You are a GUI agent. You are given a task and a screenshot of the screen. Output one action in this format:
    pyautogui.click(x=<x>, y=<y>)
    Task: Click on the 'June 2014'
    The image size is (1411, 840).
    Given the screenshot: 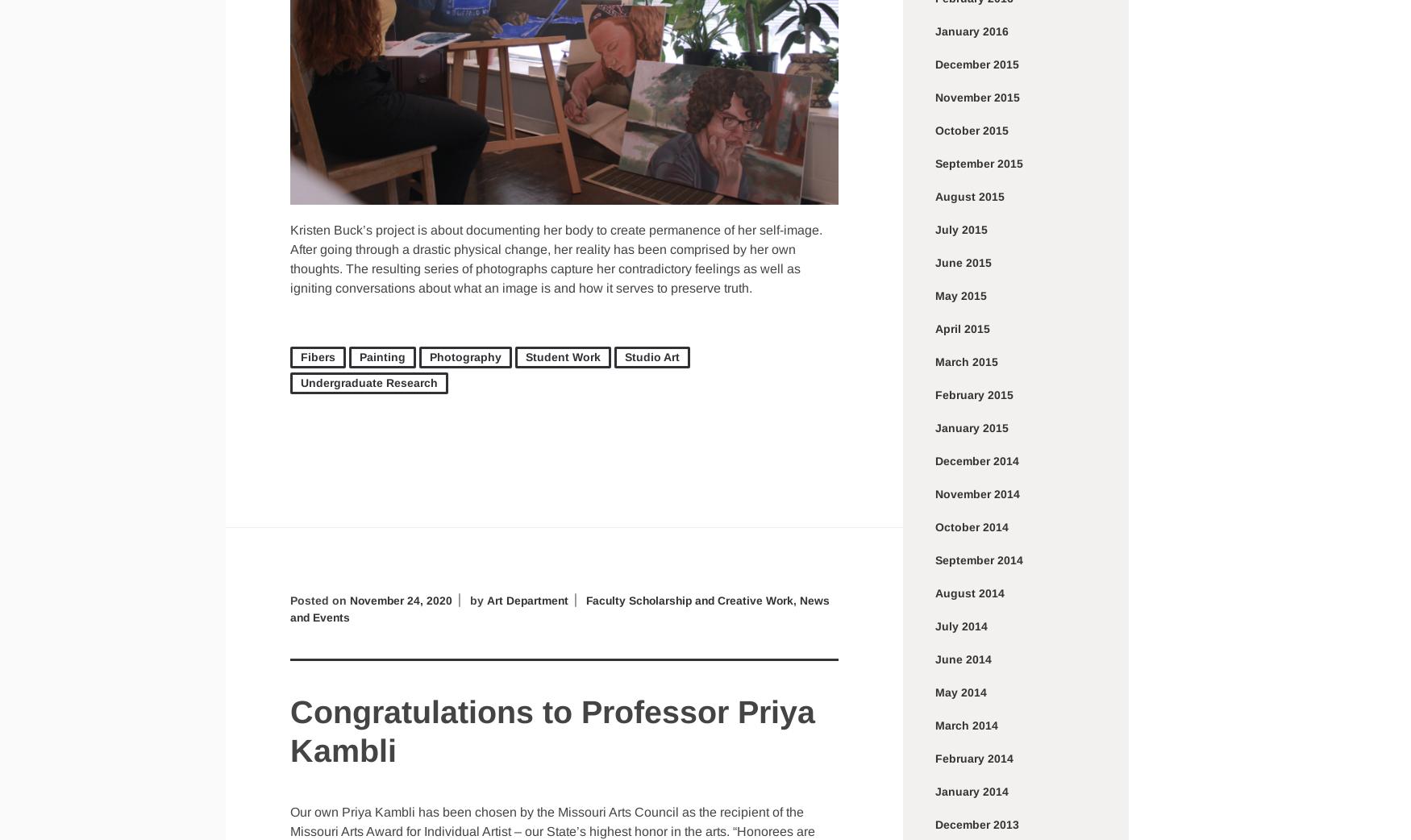 What is the action you would take?
    pyautogui.click(x=964, y=659)
    